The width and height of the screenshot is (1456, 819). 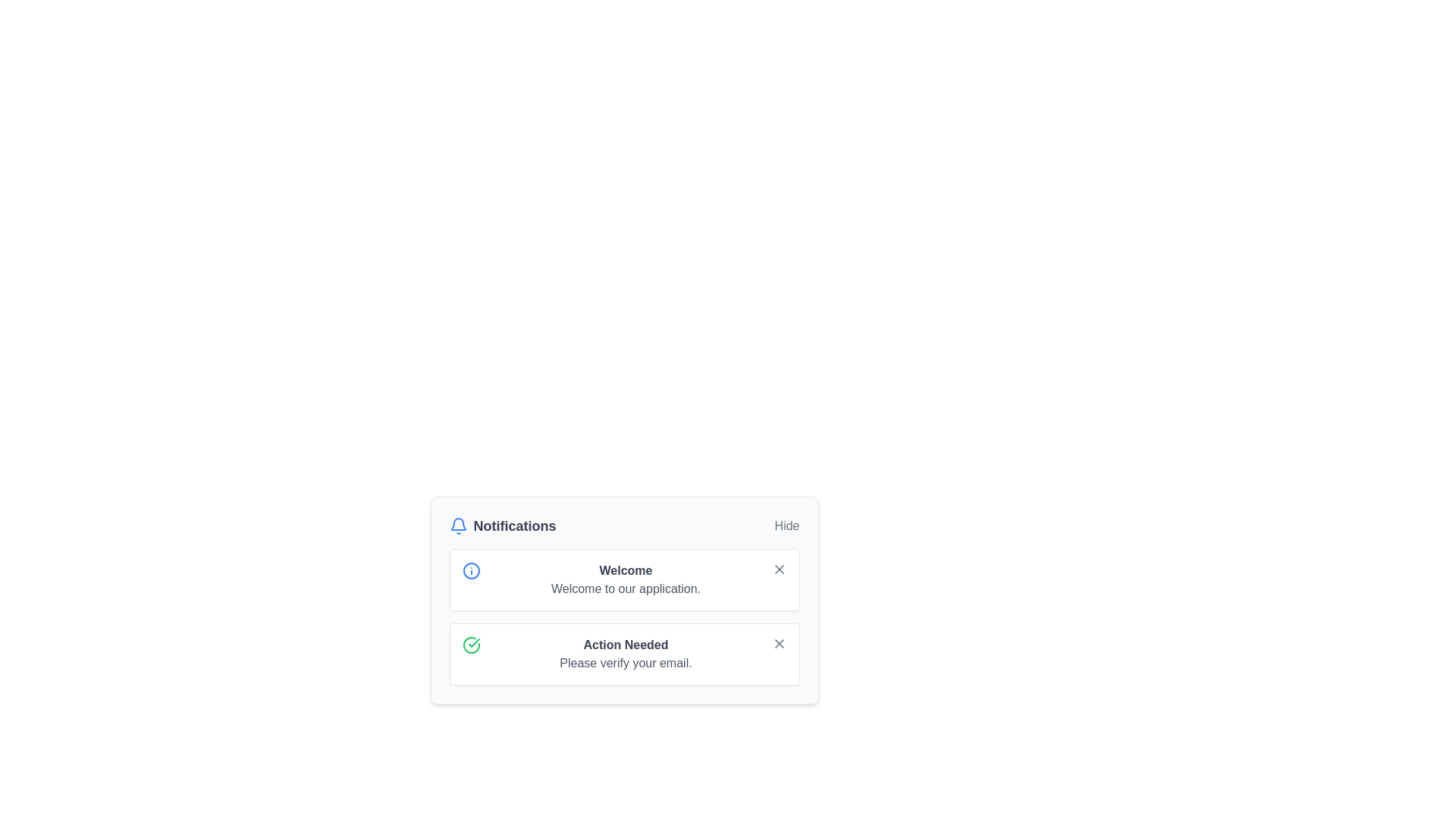 I want to click on the small 'x' icon in the top-right corner of the 'Welcome' notification card, so click(x=779, y=570).